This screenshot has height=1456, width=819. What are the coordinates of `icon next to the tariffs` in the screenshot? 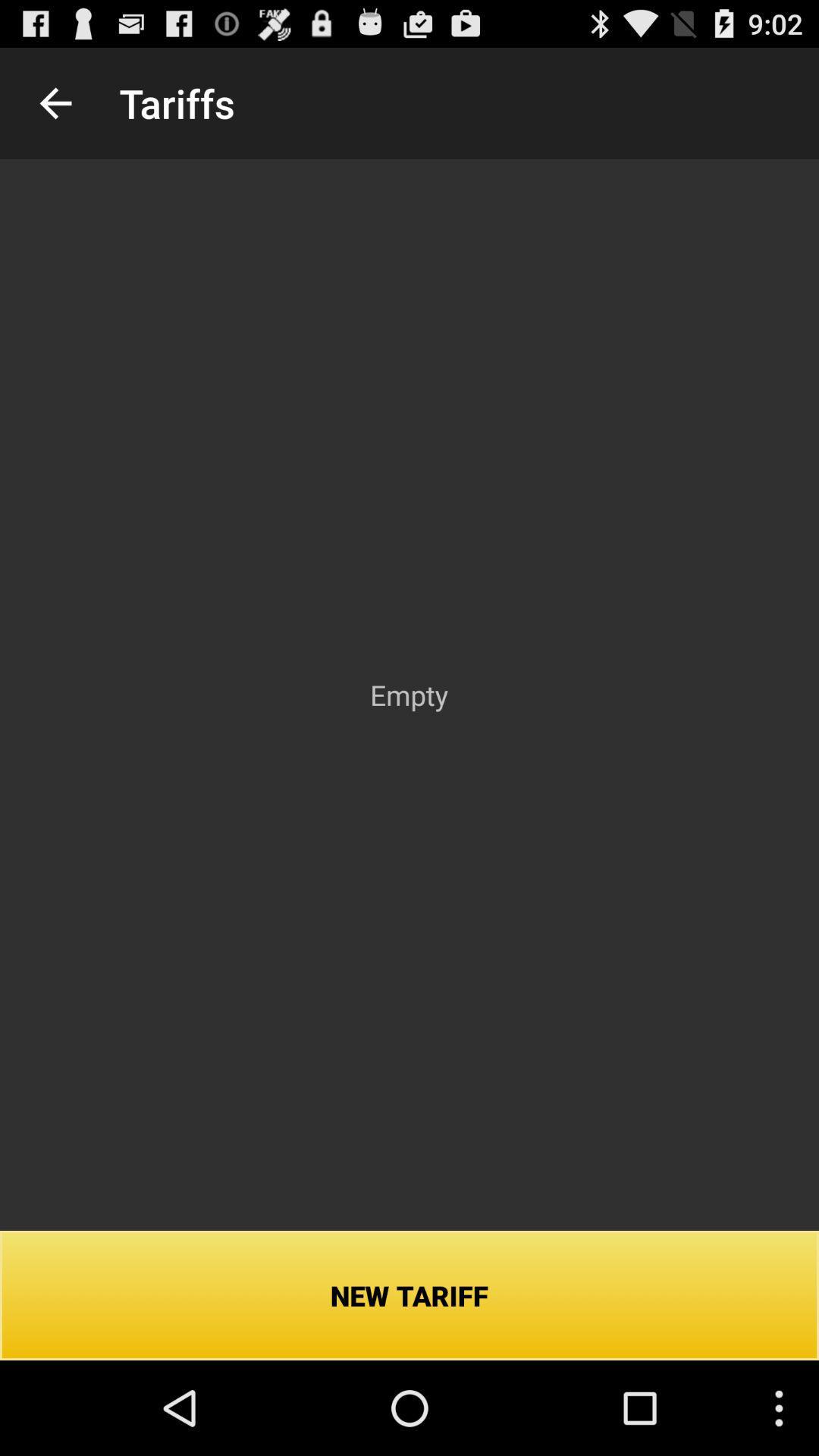 It's located at (55, 102).